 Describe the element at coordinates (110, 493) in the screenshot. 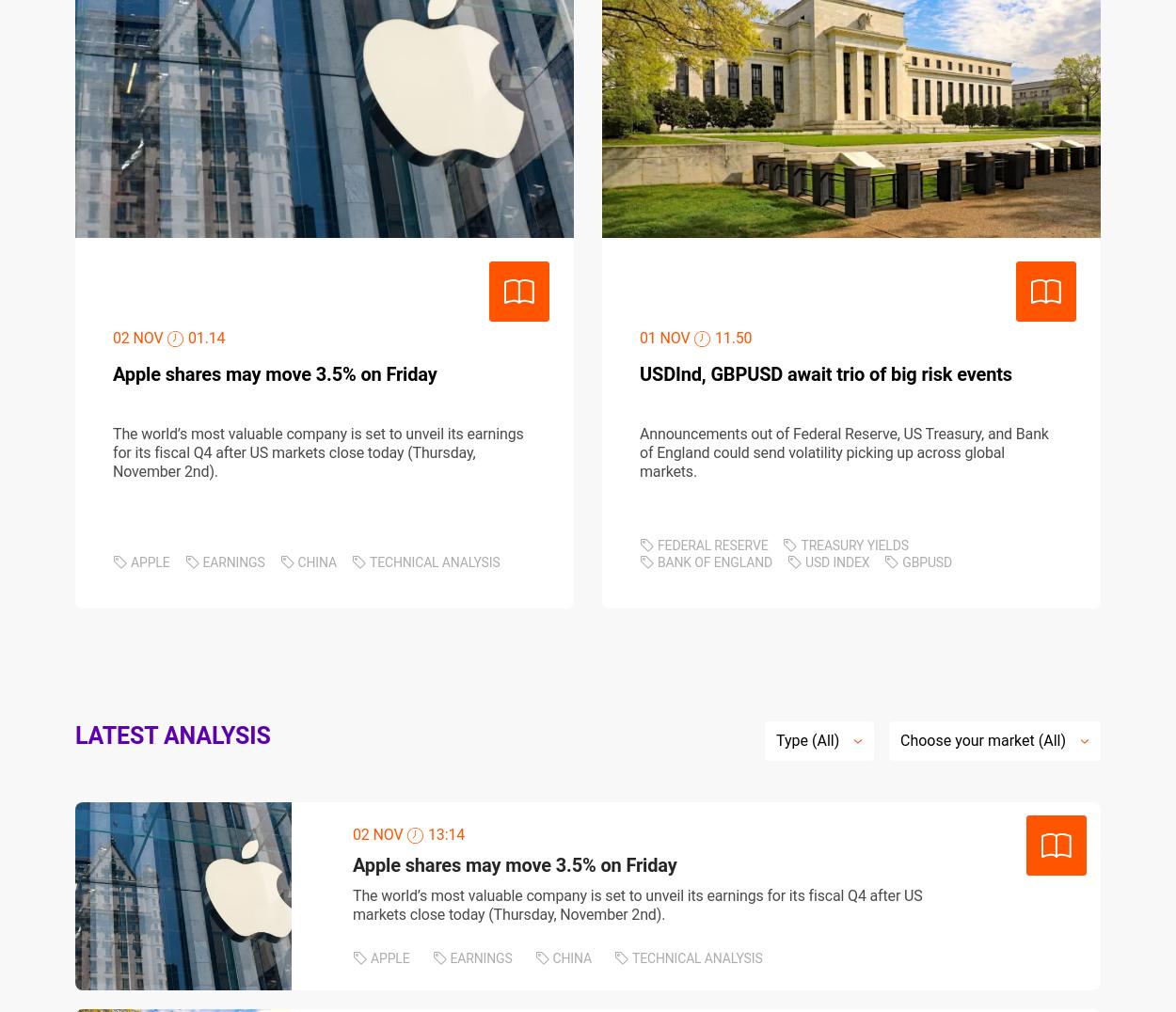

I see `'POLICIES'` at that location.